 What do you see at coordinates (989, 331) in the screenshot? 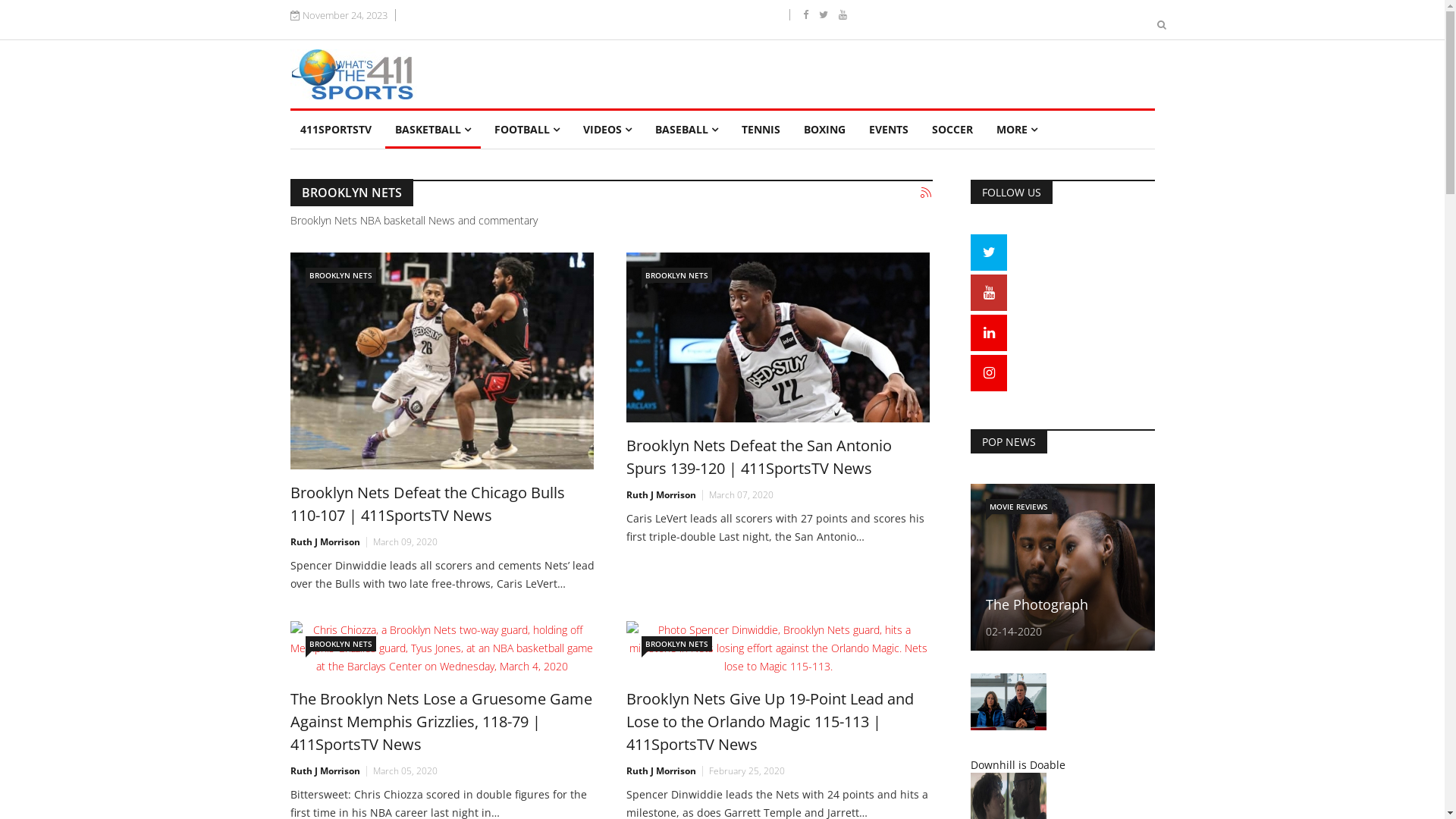
I see `'Linkedin'` at bounding box center [989, 331].